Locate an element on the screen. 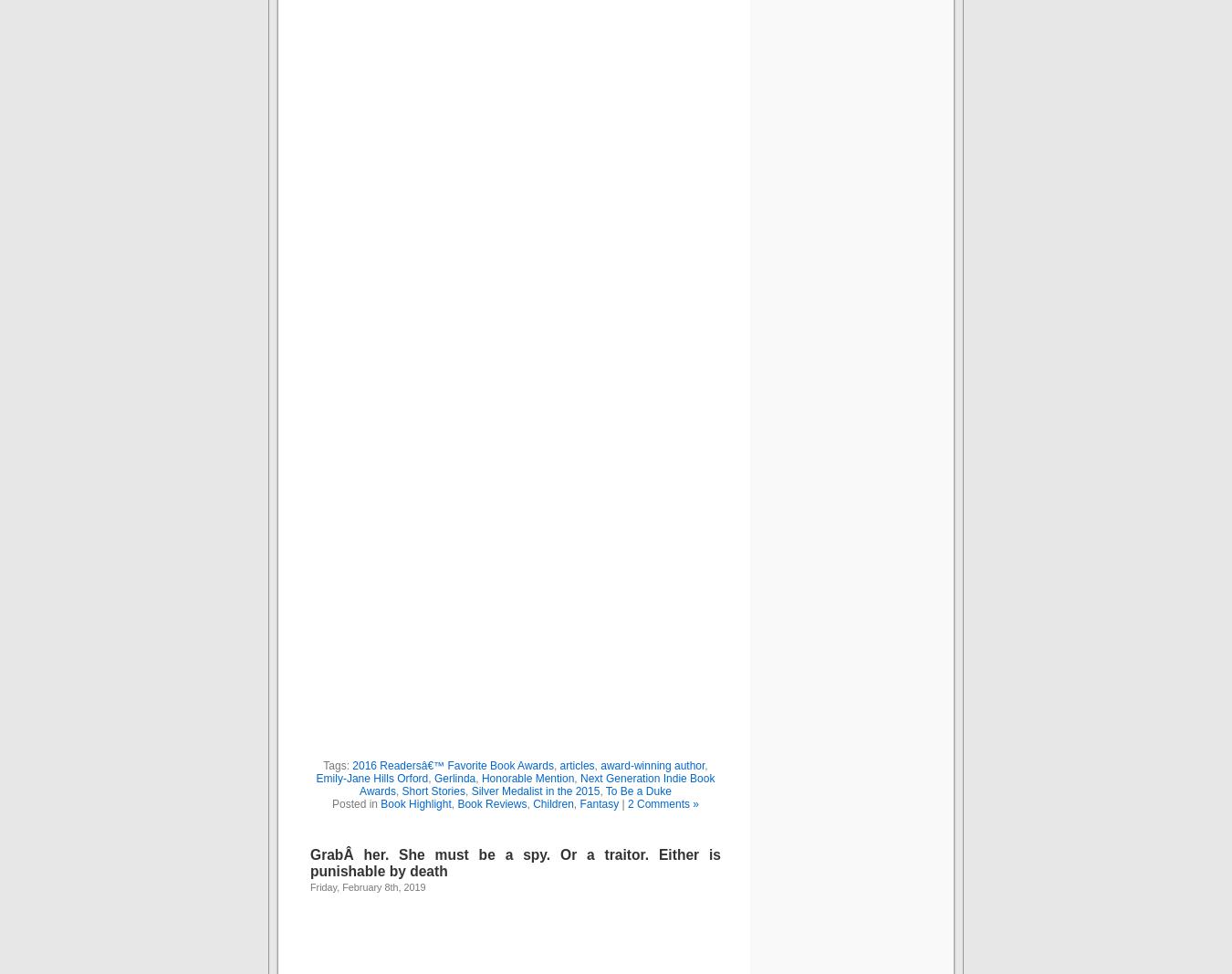 Image resolution: width=1232 pixels, height=974 pixels. 'Emily-Jane Hills Orford' is located at coordinates (316, 776).